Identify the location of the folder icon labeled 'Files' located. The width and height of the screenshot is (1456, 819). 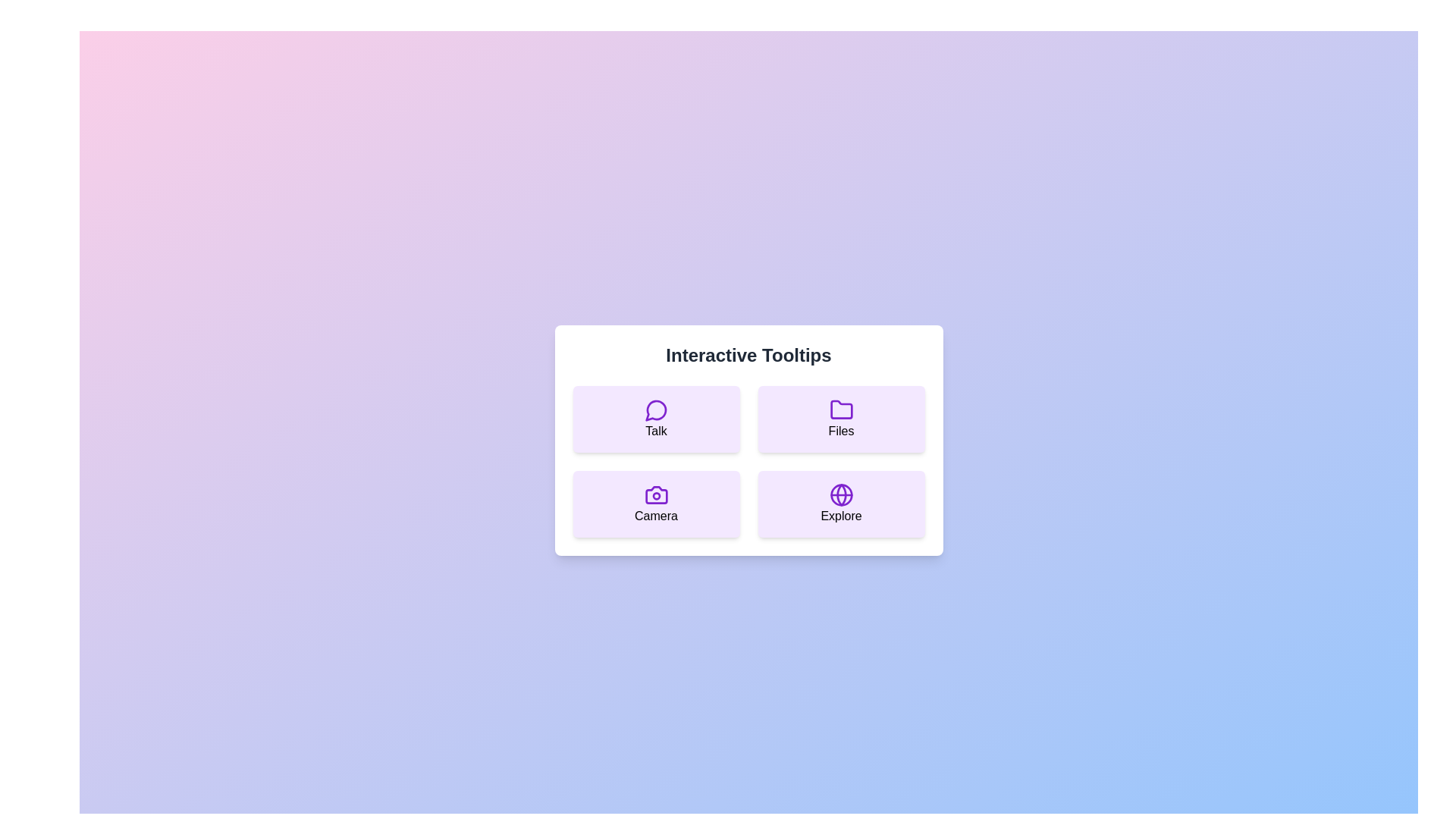
(840, 409).